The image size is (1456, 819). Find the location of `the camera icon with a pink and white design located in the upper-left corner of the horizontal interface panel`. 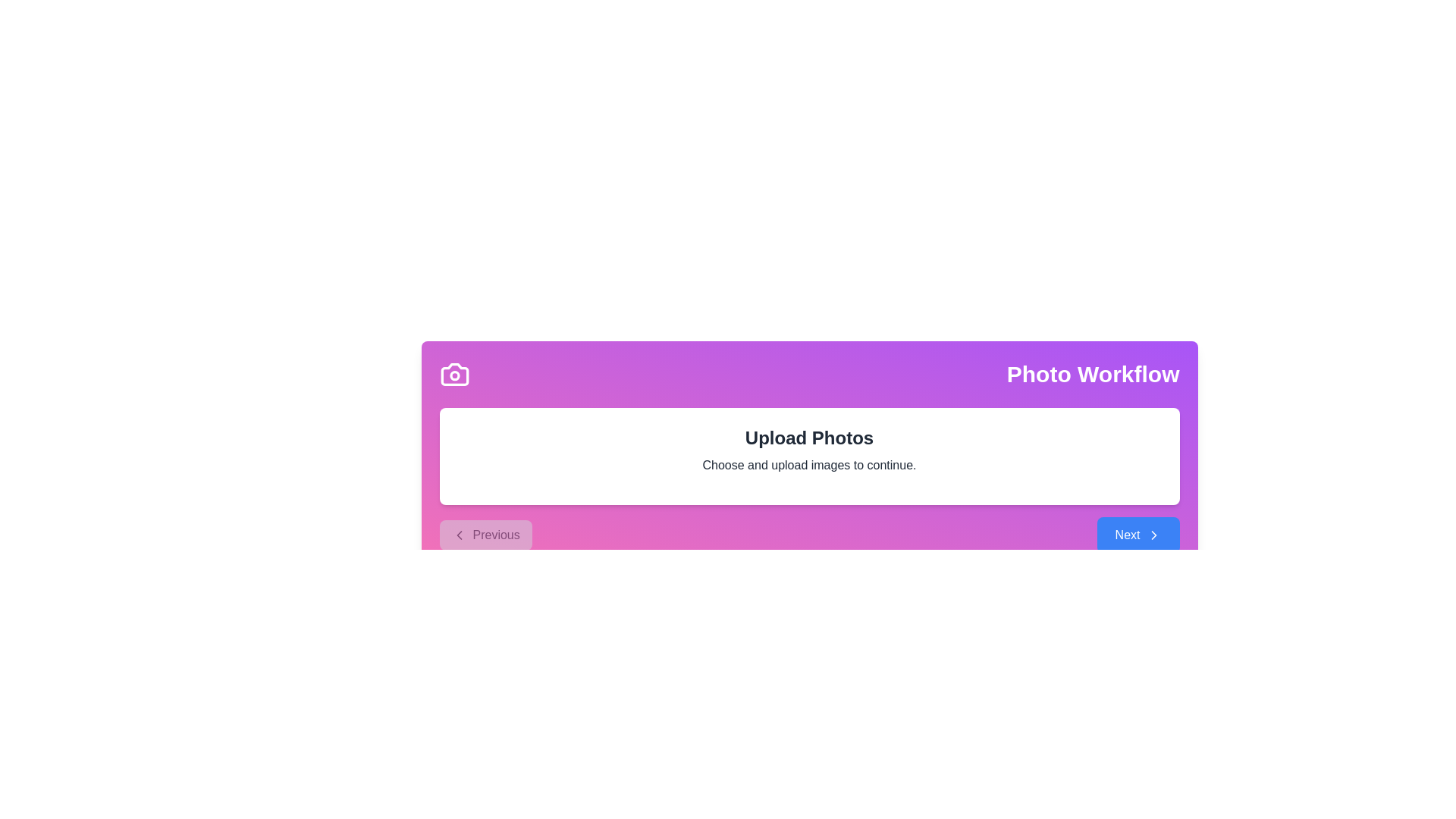

the camera icon with a pink and white design located in the upper-left corner of the horizontal interface panel is located at coordinates (453, 374).